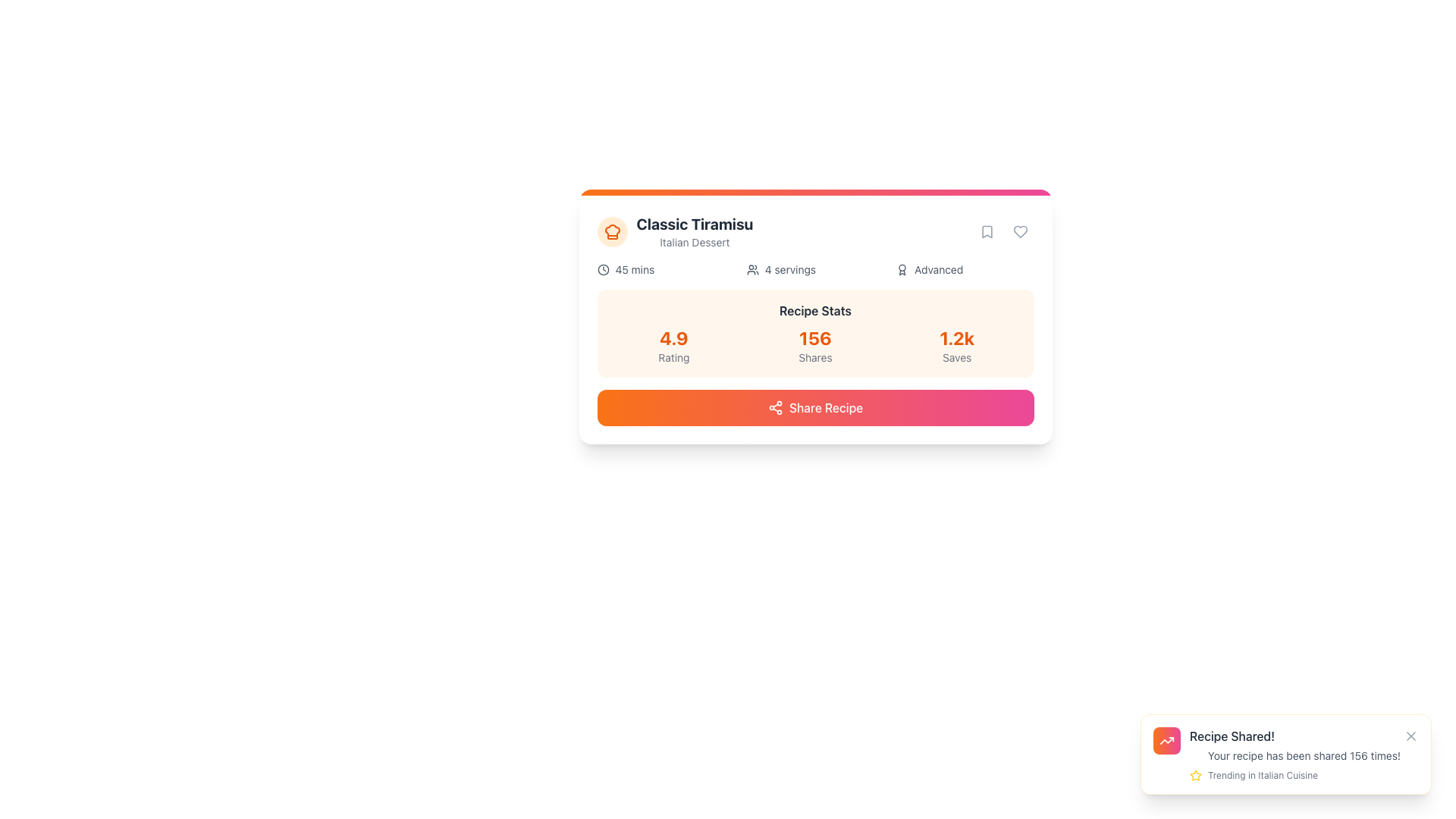  Describe the element at coordinates (814, 406) in the screenshot. I see `the 'Share Recipe' button with a gradient background transitioning from orange to pink, located at the bottom of the recipe card` at that location.